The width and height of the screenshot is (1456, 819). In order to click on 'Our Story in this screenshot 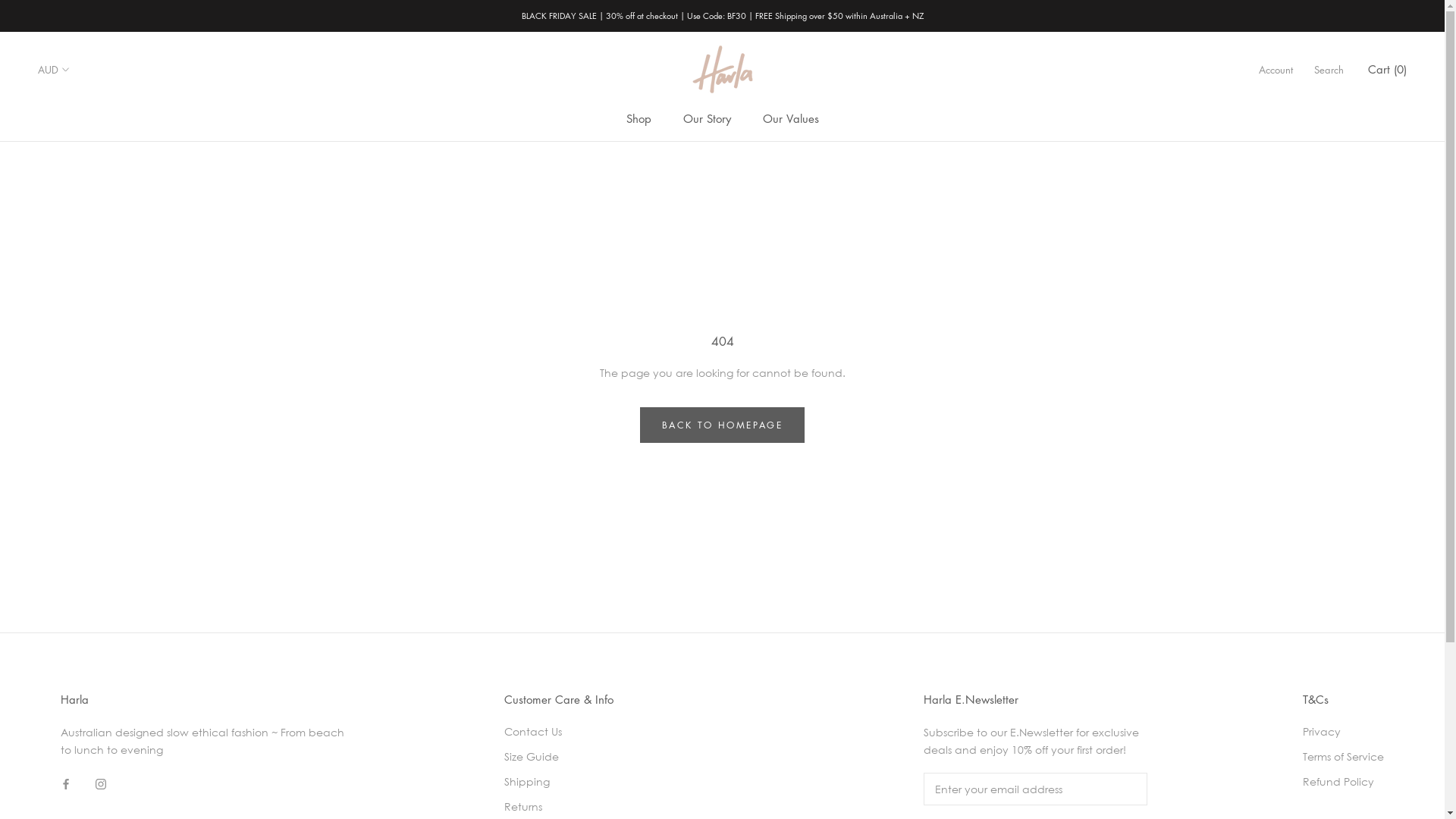, I will do `click(705, 117)`.